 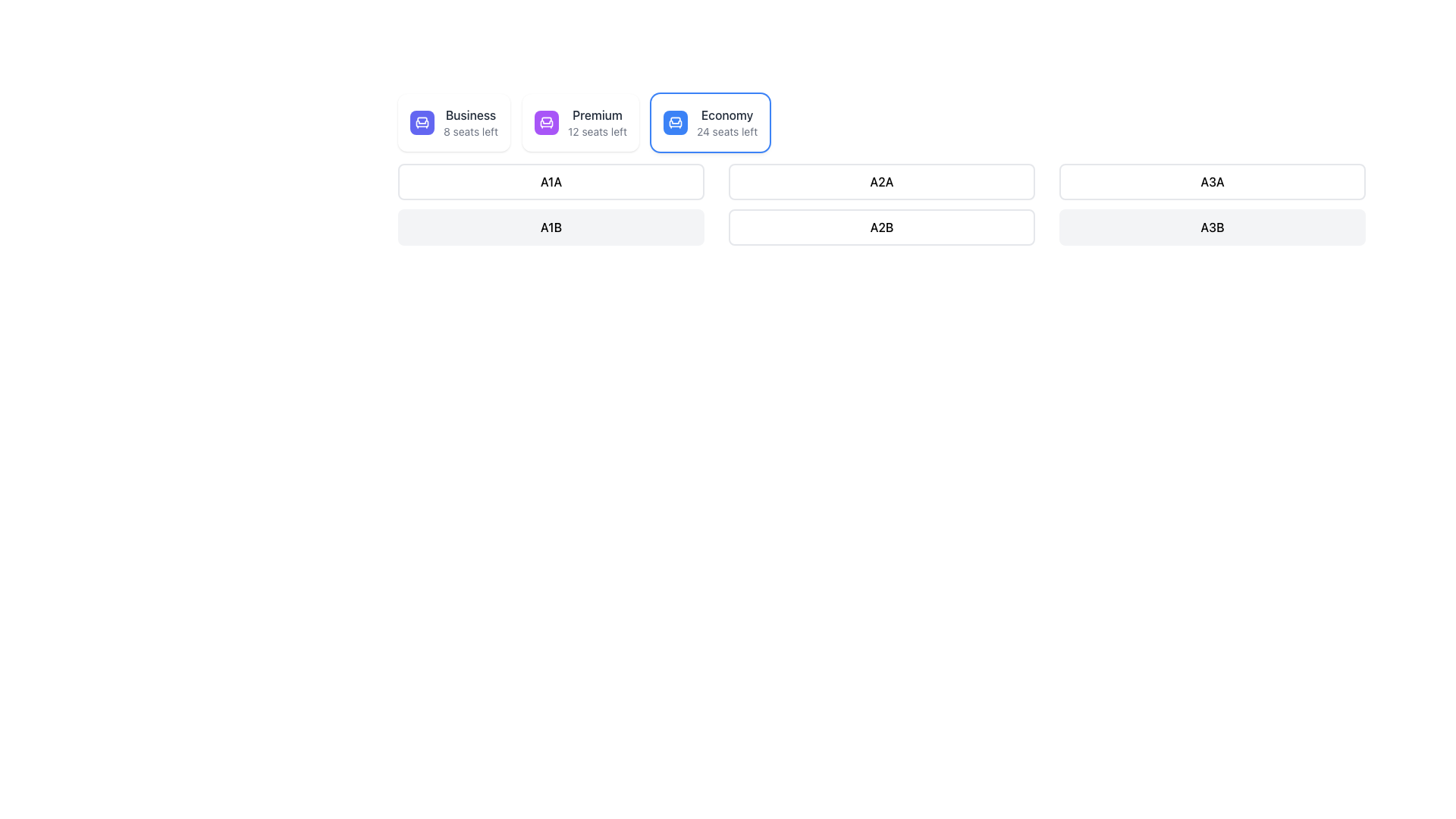 I want to click on the Text label indicating available seats in the Business category, which is positioned second from the left between a purple 'Premium' option and a blue 'Economy' option, so click(x=469, y=122).